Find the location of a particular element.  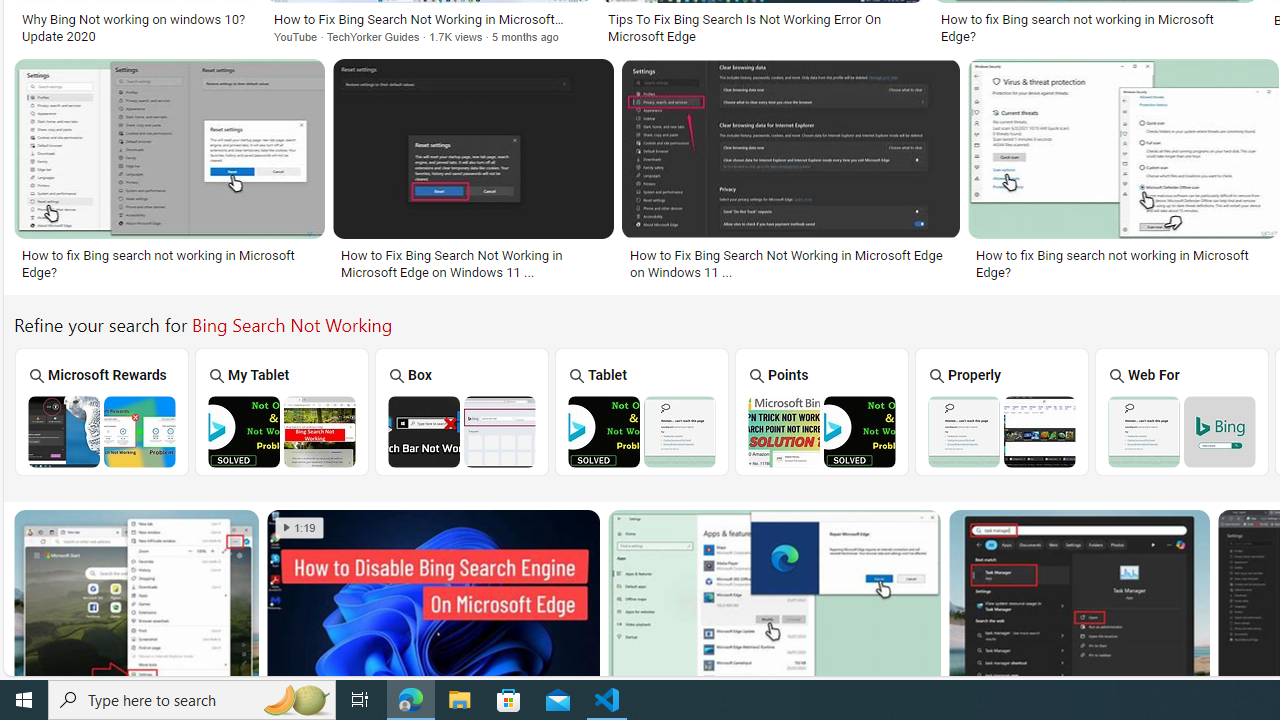

'Bing Tablet Search Not Working' is located at coordinates (641, 430).